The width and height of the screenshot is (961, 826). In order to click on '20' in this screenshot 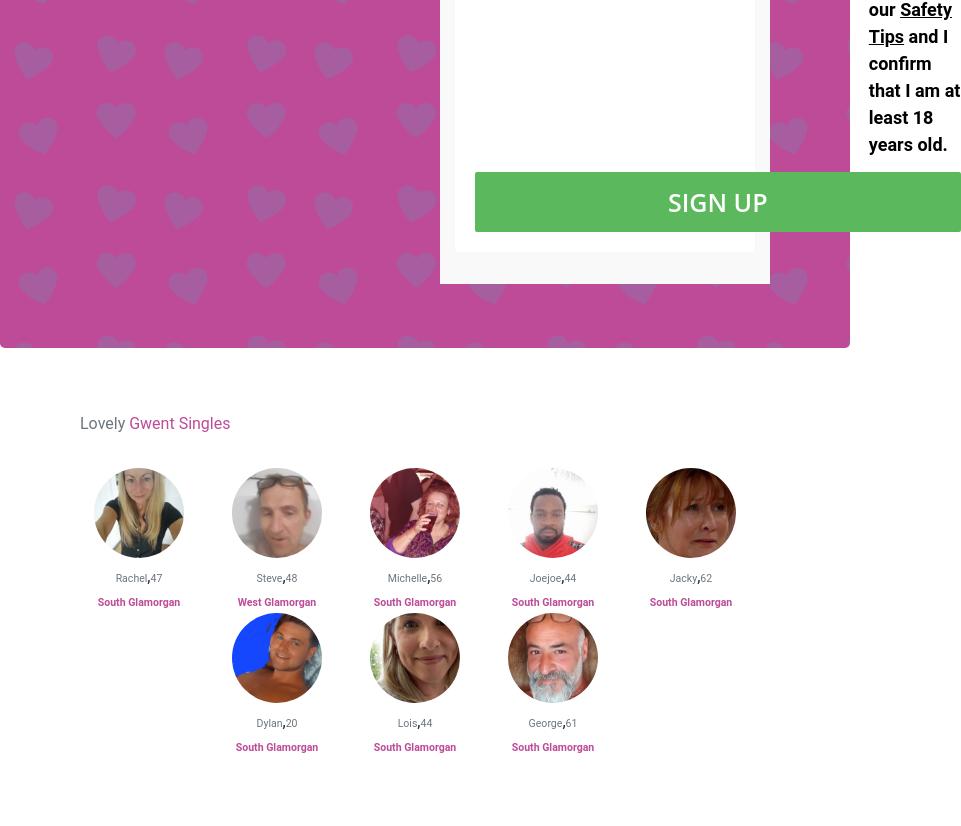, I will do `click(290, 723)`.